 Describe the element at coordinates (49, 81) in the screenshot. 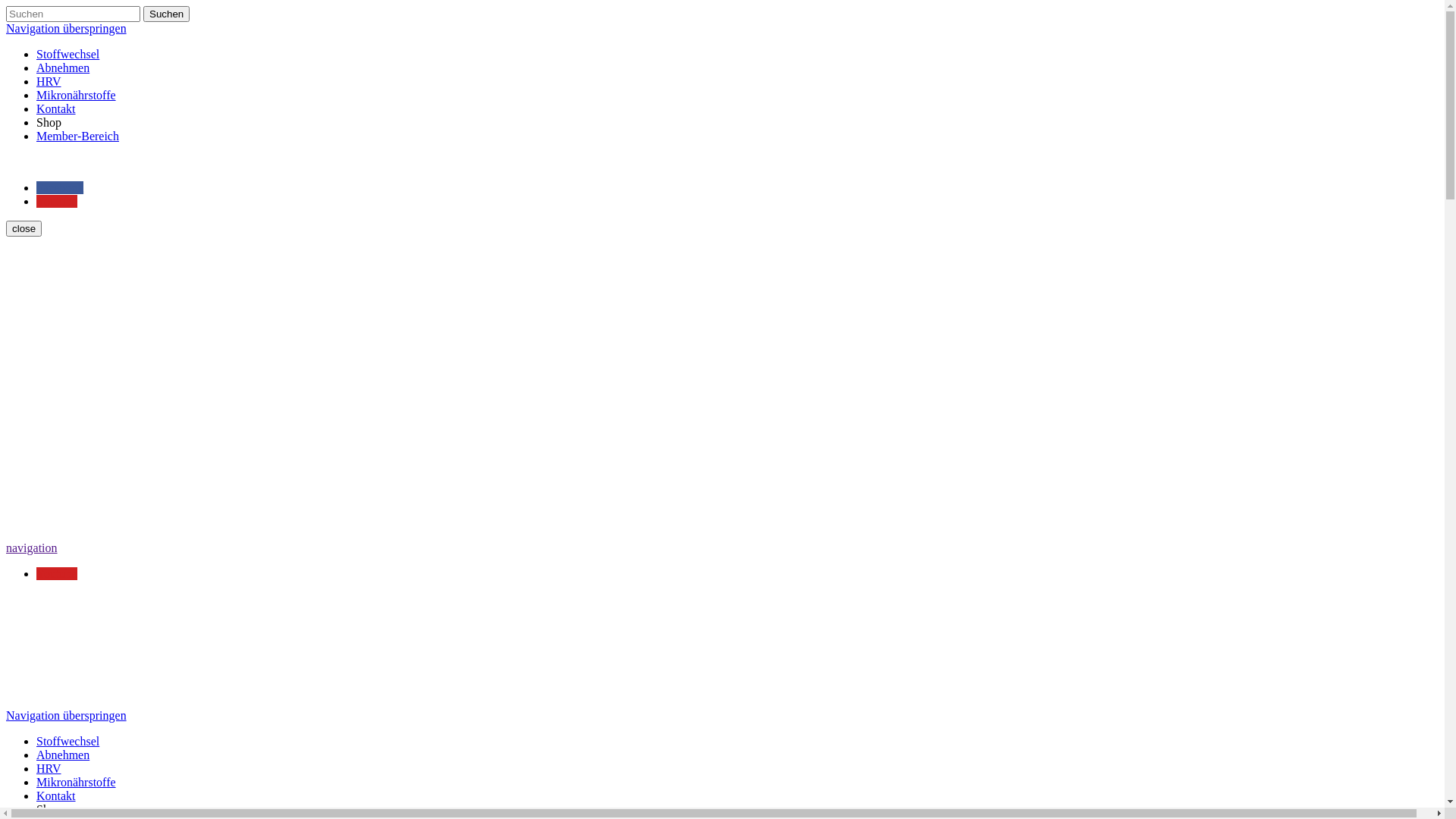

I see `'HRV'` at that location.